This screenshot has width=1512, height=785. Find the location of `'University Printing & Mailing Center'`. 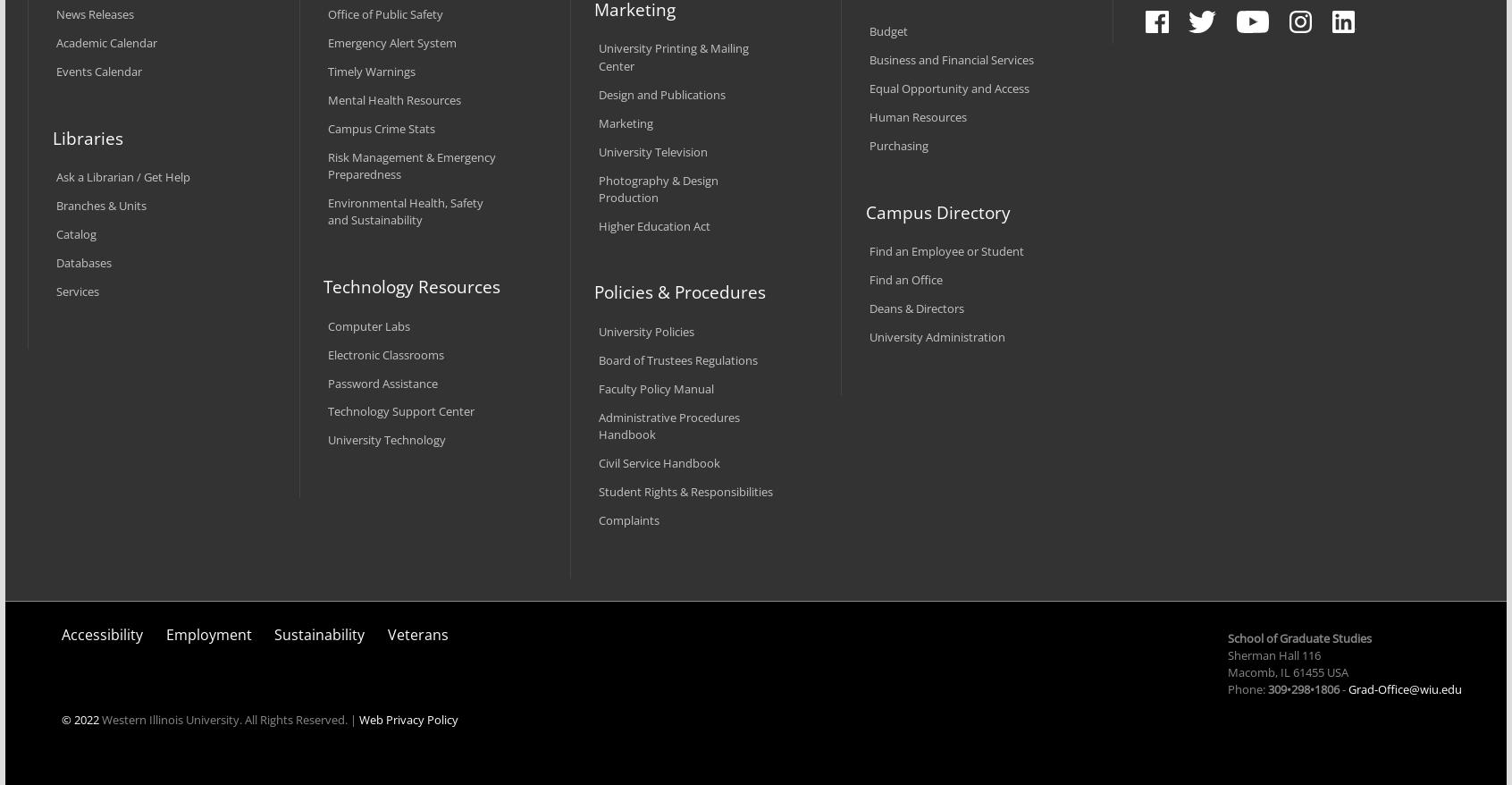

'University Printing & Mailing Center' is located at coordinates (672, 56).